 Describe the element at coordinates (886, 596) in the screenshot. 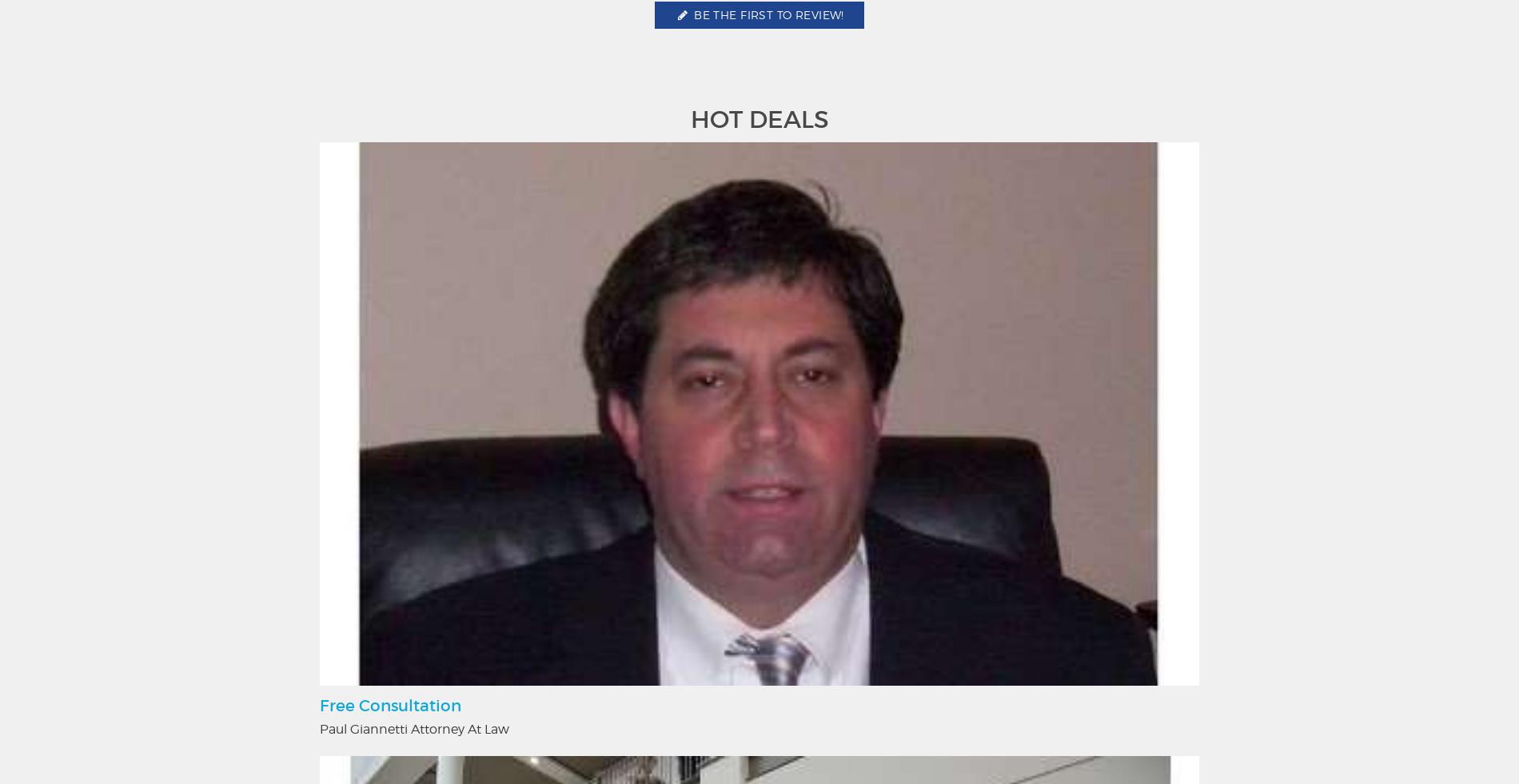

I see `'Businesses'` at that location.